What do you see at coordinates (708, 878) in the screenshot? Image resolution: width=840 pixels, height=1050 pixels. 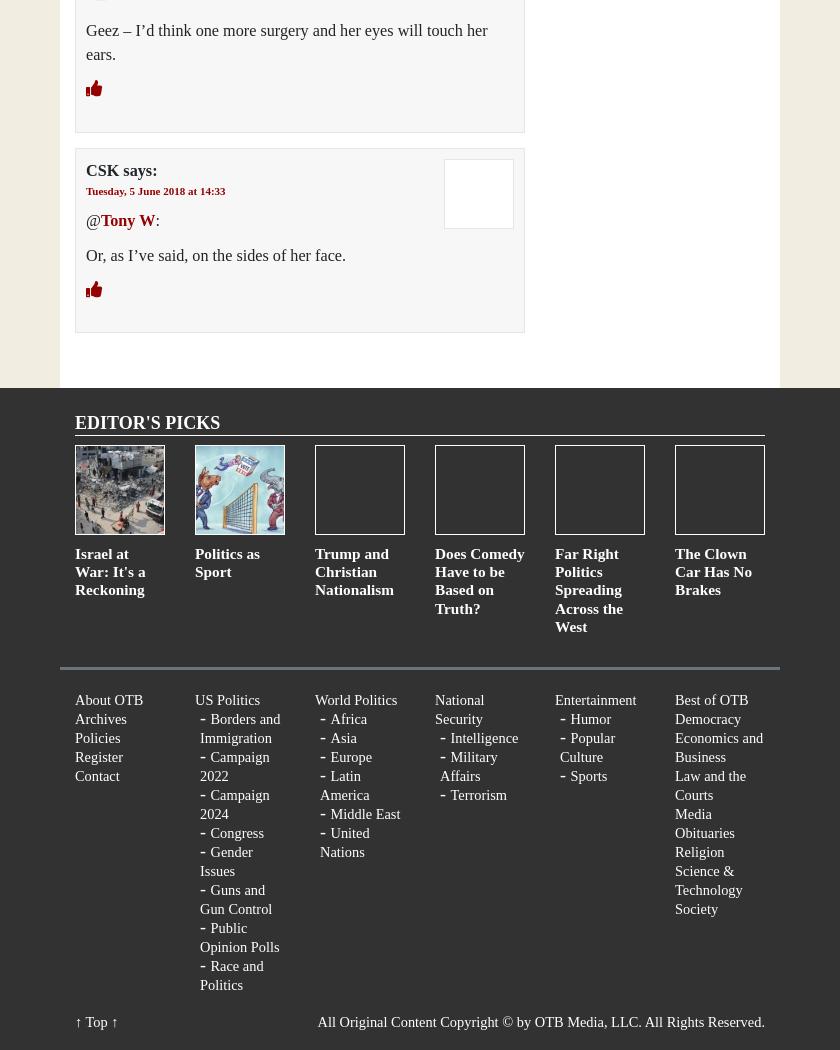 I see `'Science & Technology'` at bounding box center [708, 878].